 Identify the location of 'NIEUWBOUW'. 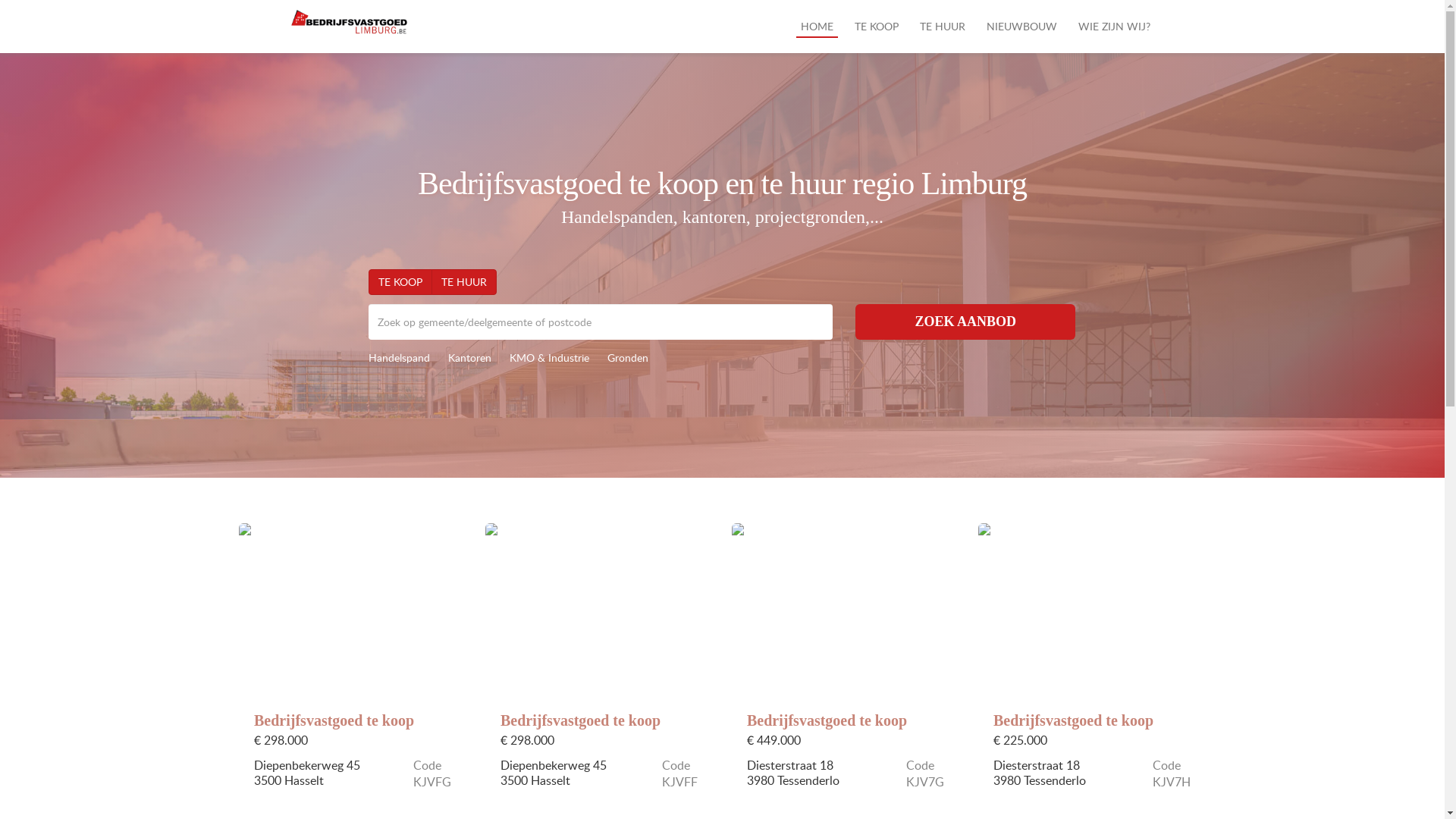
(1021, 26).